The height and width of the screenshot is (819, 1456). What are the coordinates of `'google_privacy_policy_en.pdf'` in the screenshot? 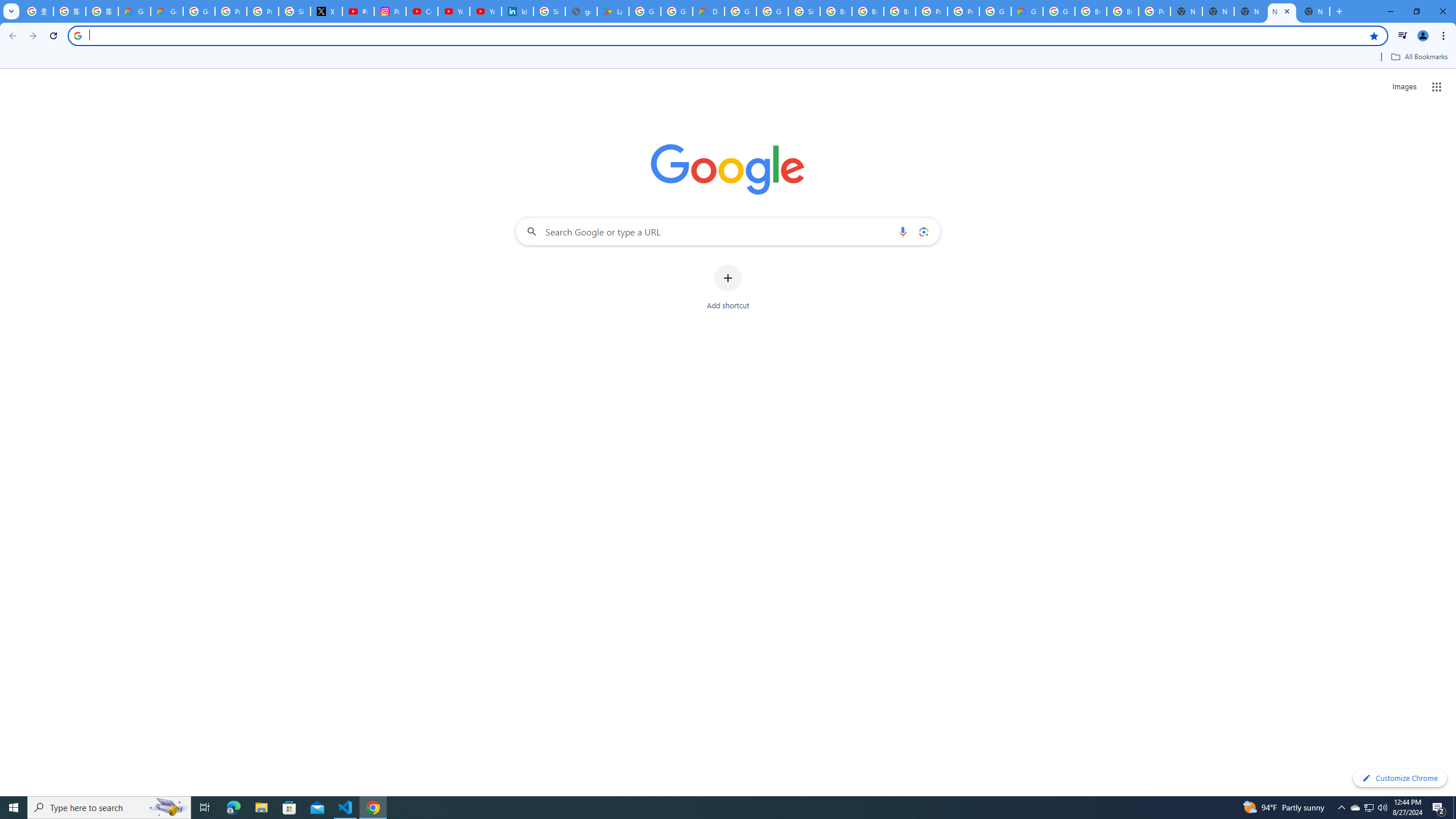 It's located at (581, 11).